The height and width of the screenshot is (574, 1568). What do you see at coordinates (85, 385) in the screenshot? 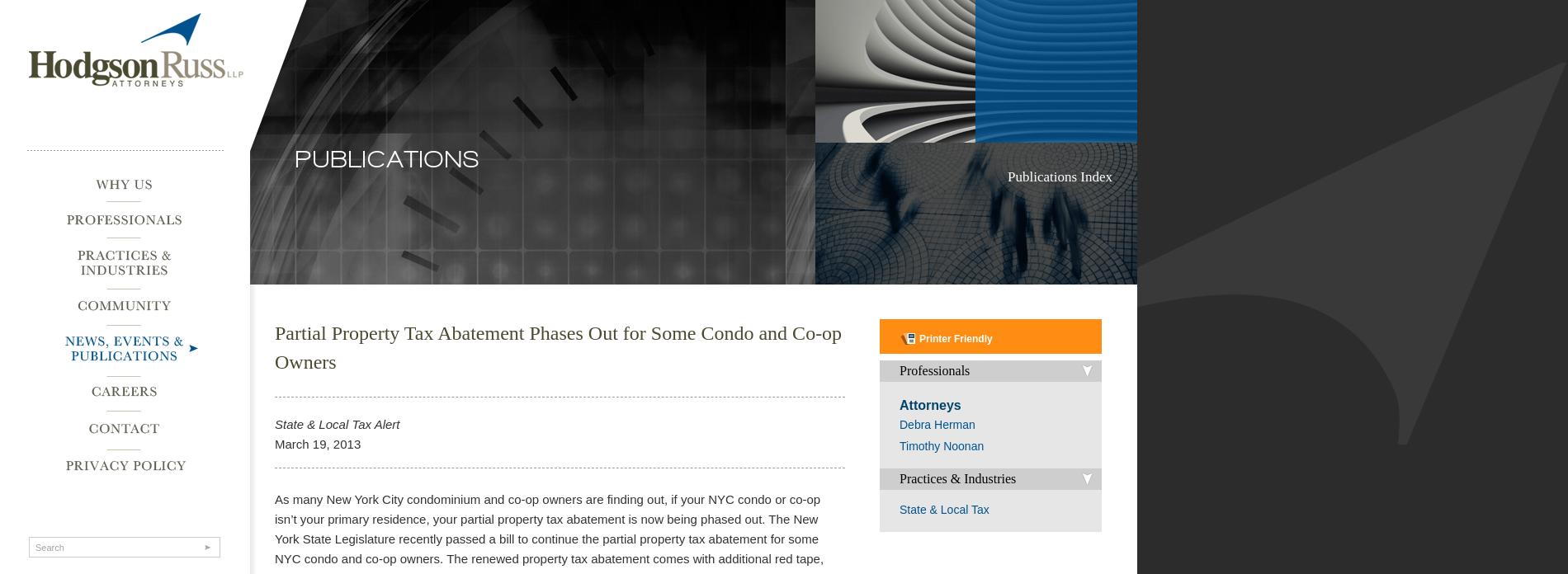
I see `'Careers'` at bounding box center [85, 385].